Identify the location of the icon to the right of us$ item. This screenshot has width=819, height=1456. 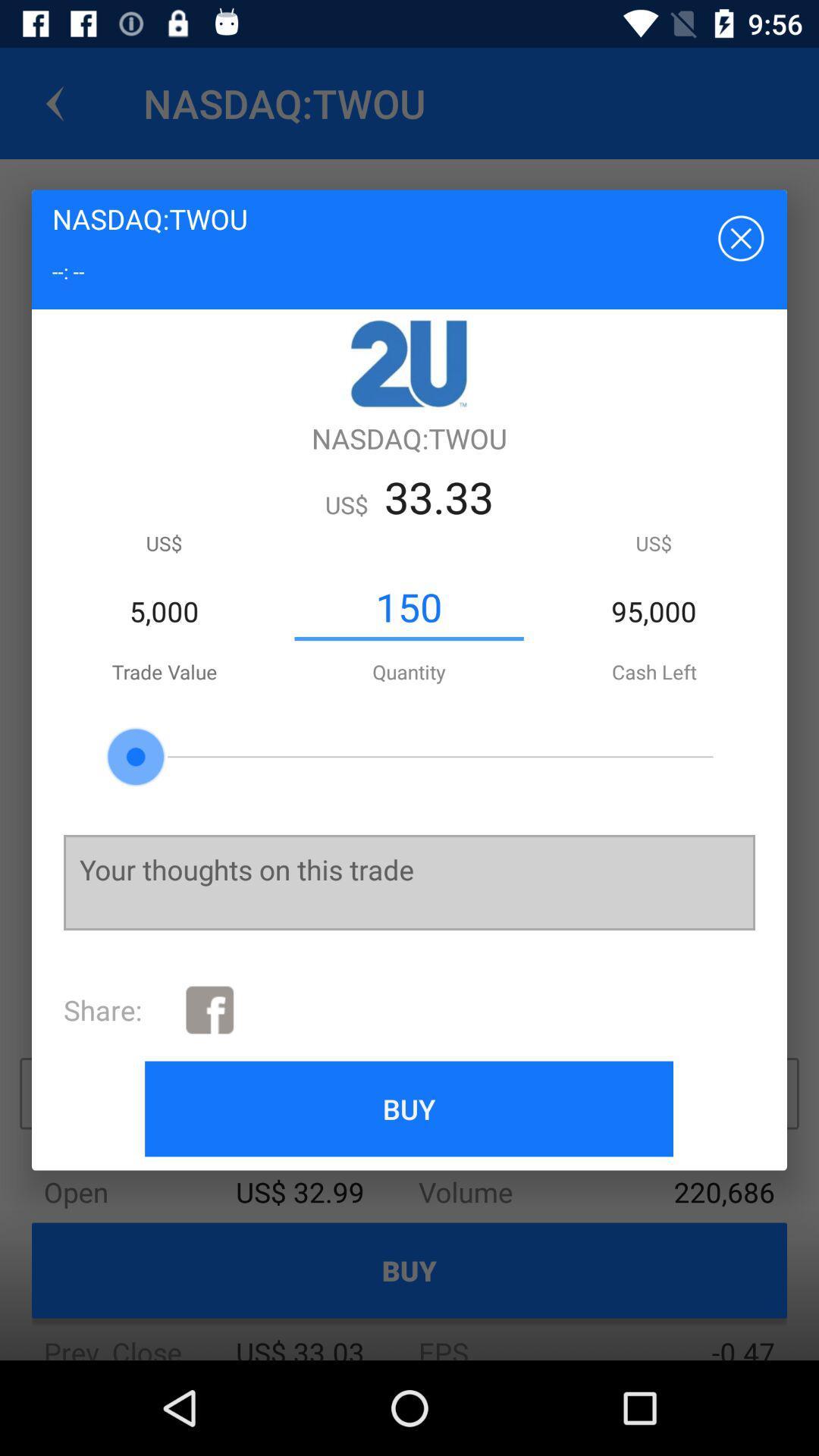
(408, 607).